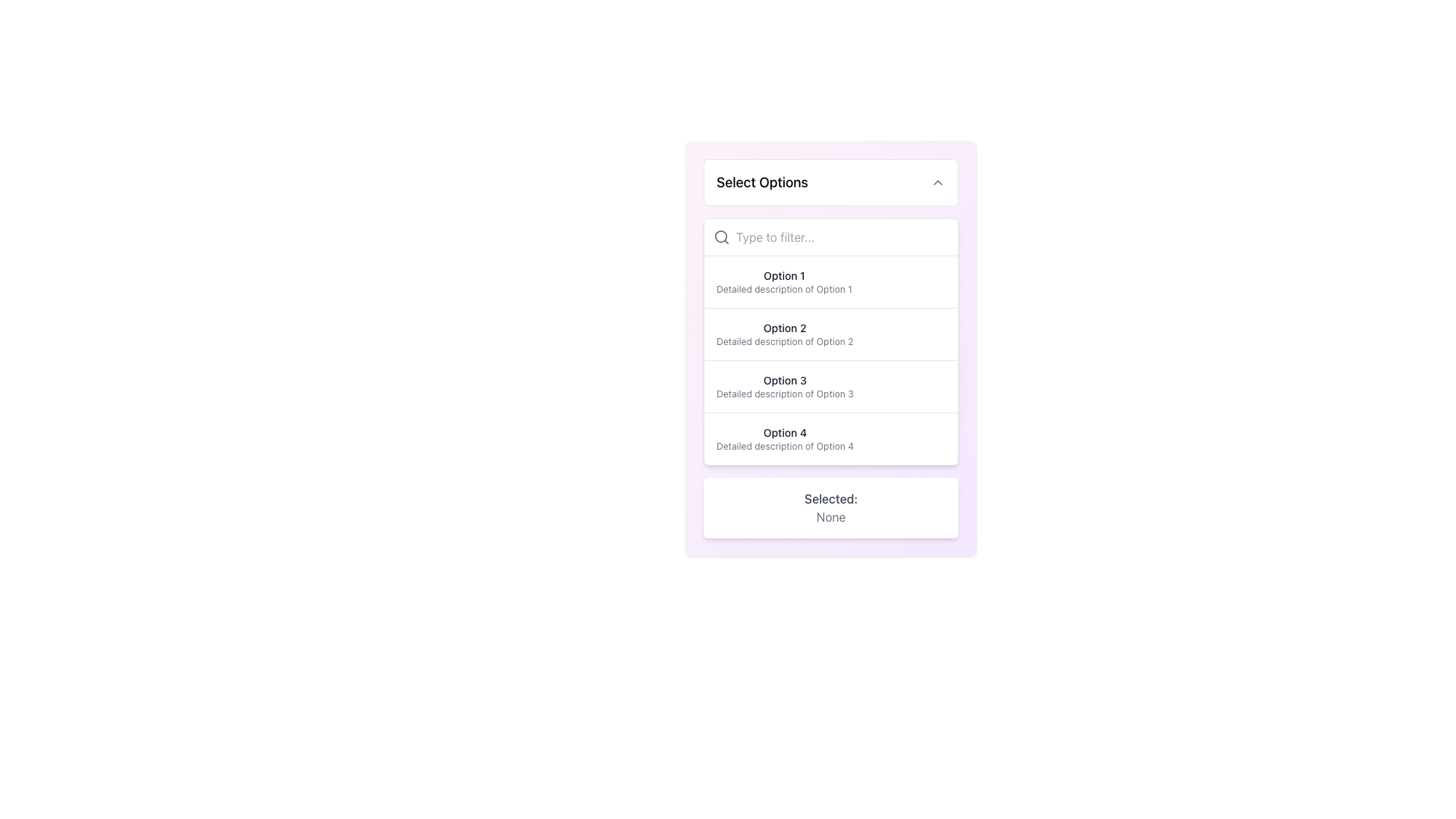 This screenshot has height=819, width=1456. Describe the element at coordinates (830, 438) in the screenshot. I see `the fourth item in the vertically arranged list of selectable options, which changes its background color to indicate interactivity` at that location.